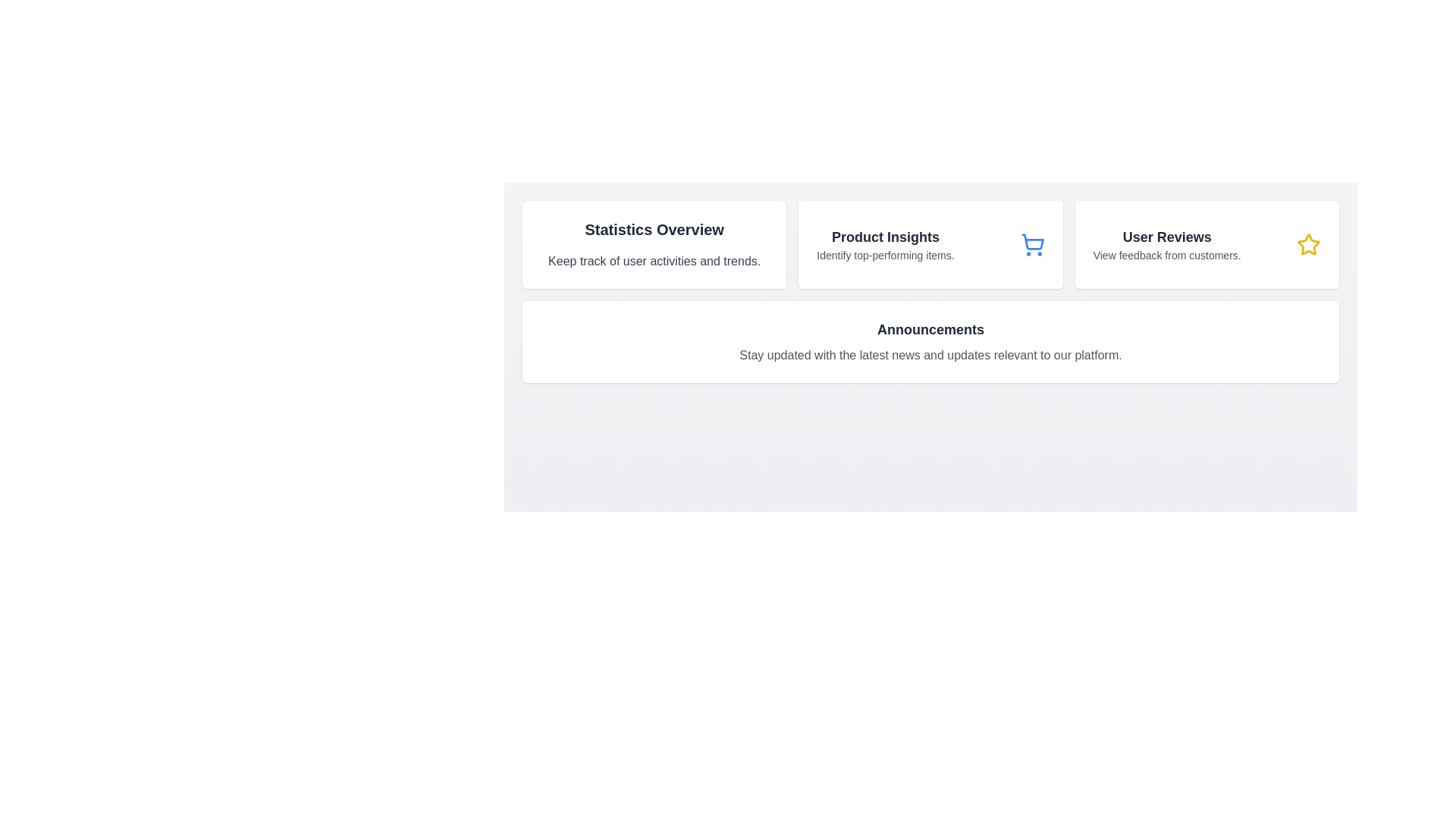 Image resolution: width=1456 pixels, height=819 pixels. What do you see at coordinates (1031, 244) in the screenshot?
I see `the shopping cart icon located at the top-right corner of the 'Product Insights' section, which indicates actions related to managing a shopping cart` at bounding box center [1031, 244].